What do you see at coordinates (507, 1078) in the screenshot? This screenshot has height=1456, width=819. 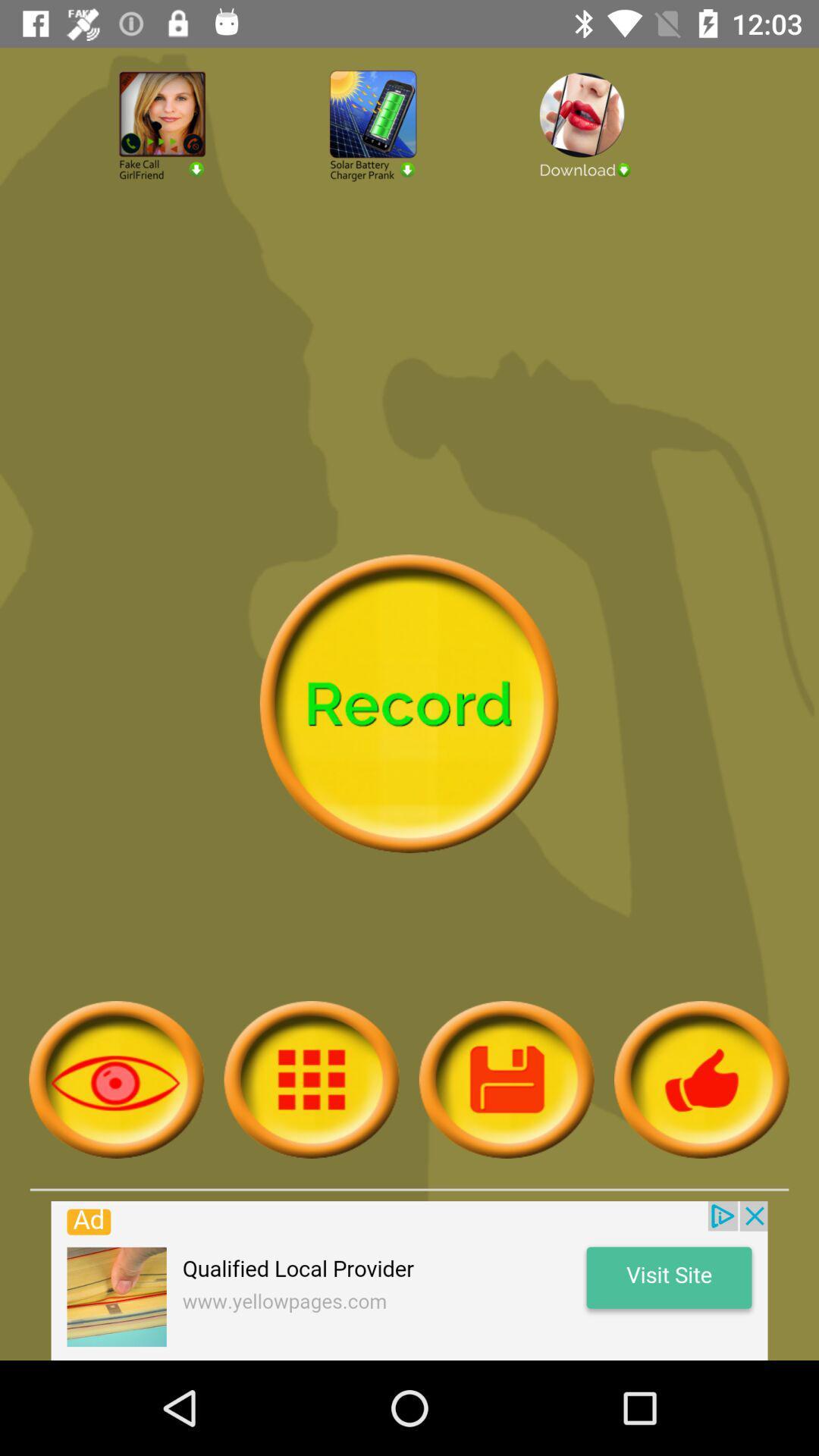 I see `more` at bounding box center [507, 1078].